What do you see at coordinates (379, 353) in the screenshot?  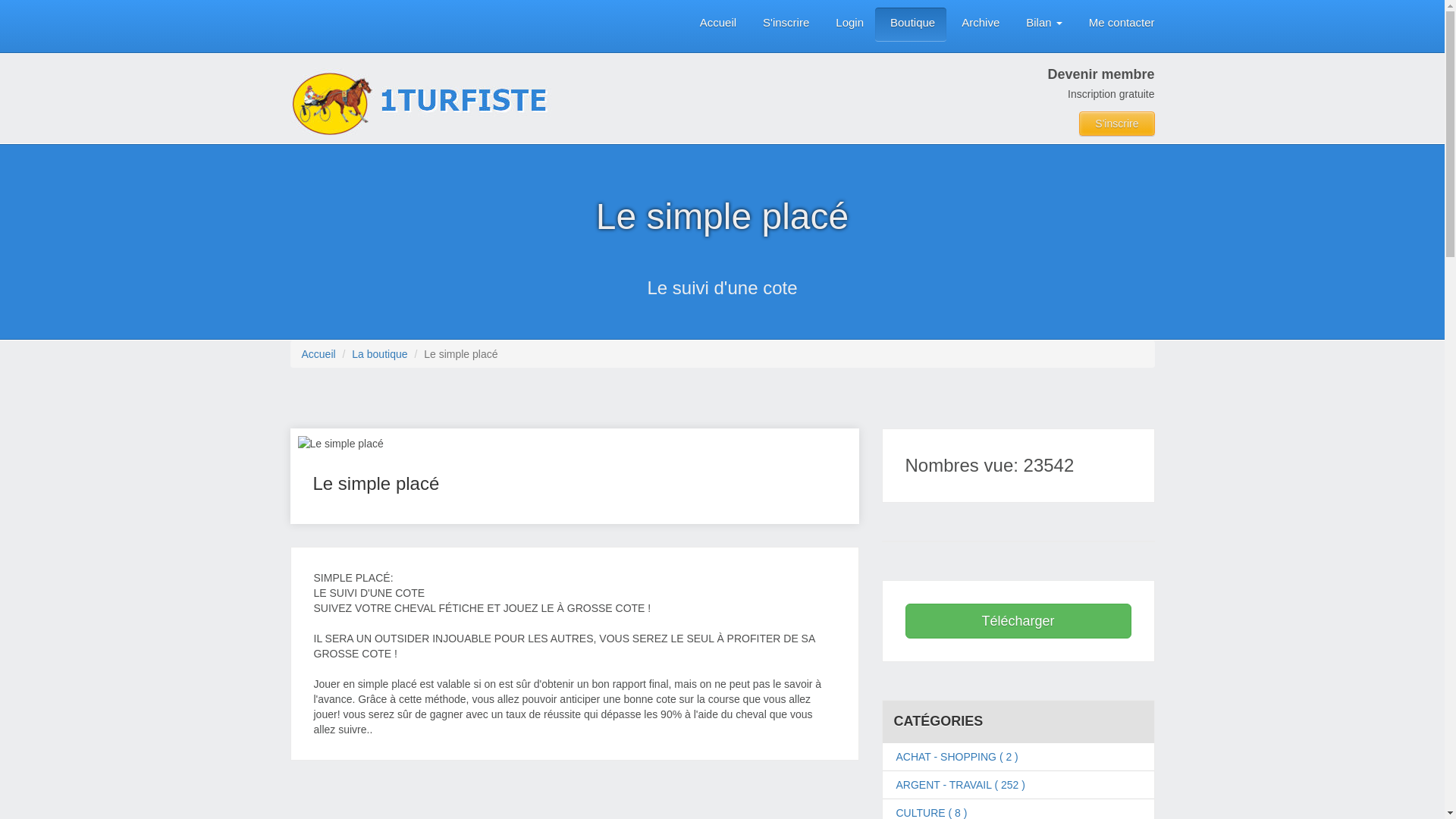 I see `'La boutique'` at bounding box center [379, 353].